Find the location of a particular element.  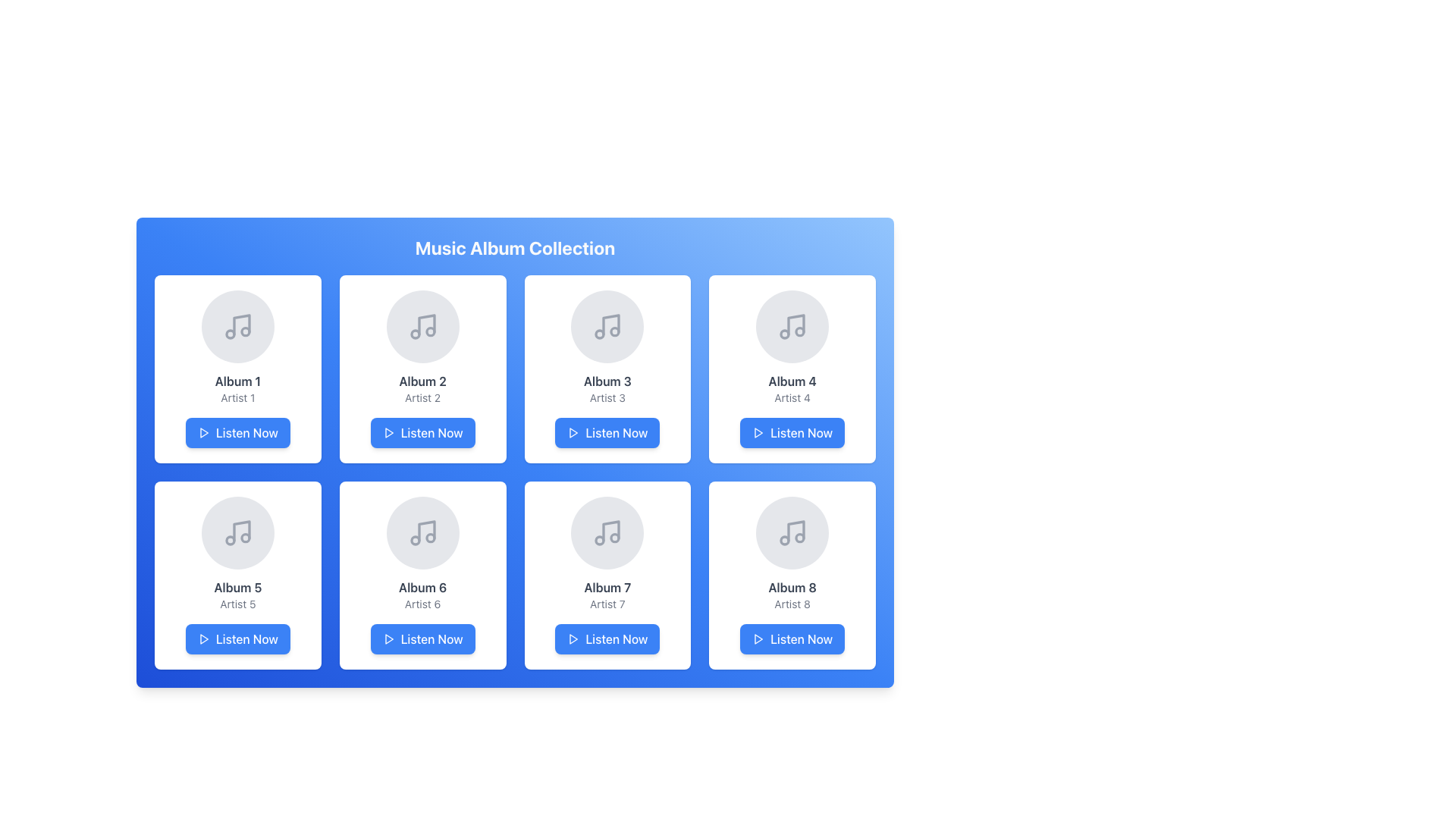

the Text Label displaying the name of the artist associated with the album in the first card, located below 'Album 1' and above the 'Listen Now' button is located at coordinates (237, 397).